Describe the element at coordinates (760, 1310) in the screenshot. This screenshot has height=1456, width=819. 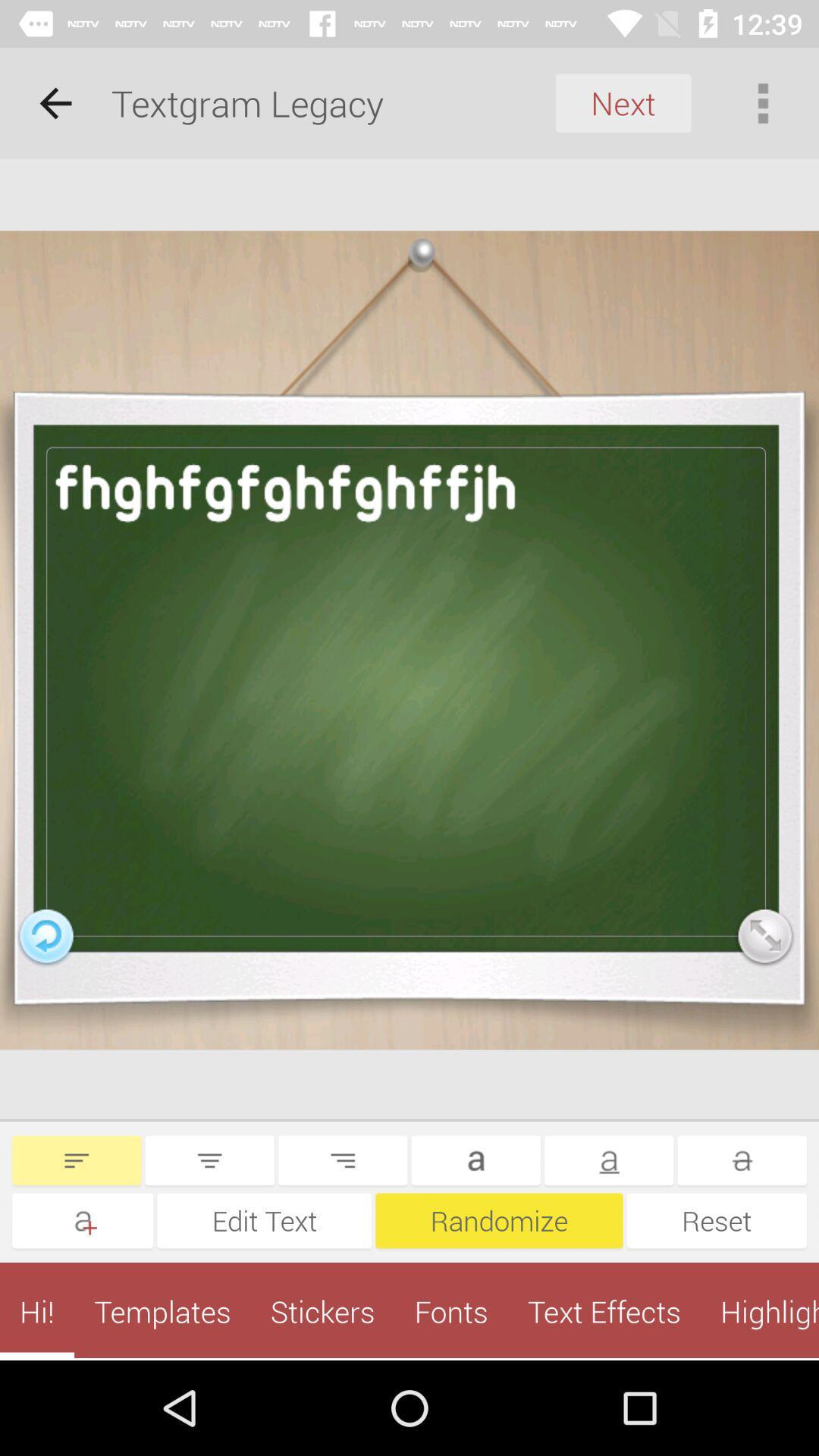
I see `highlight` at that location.